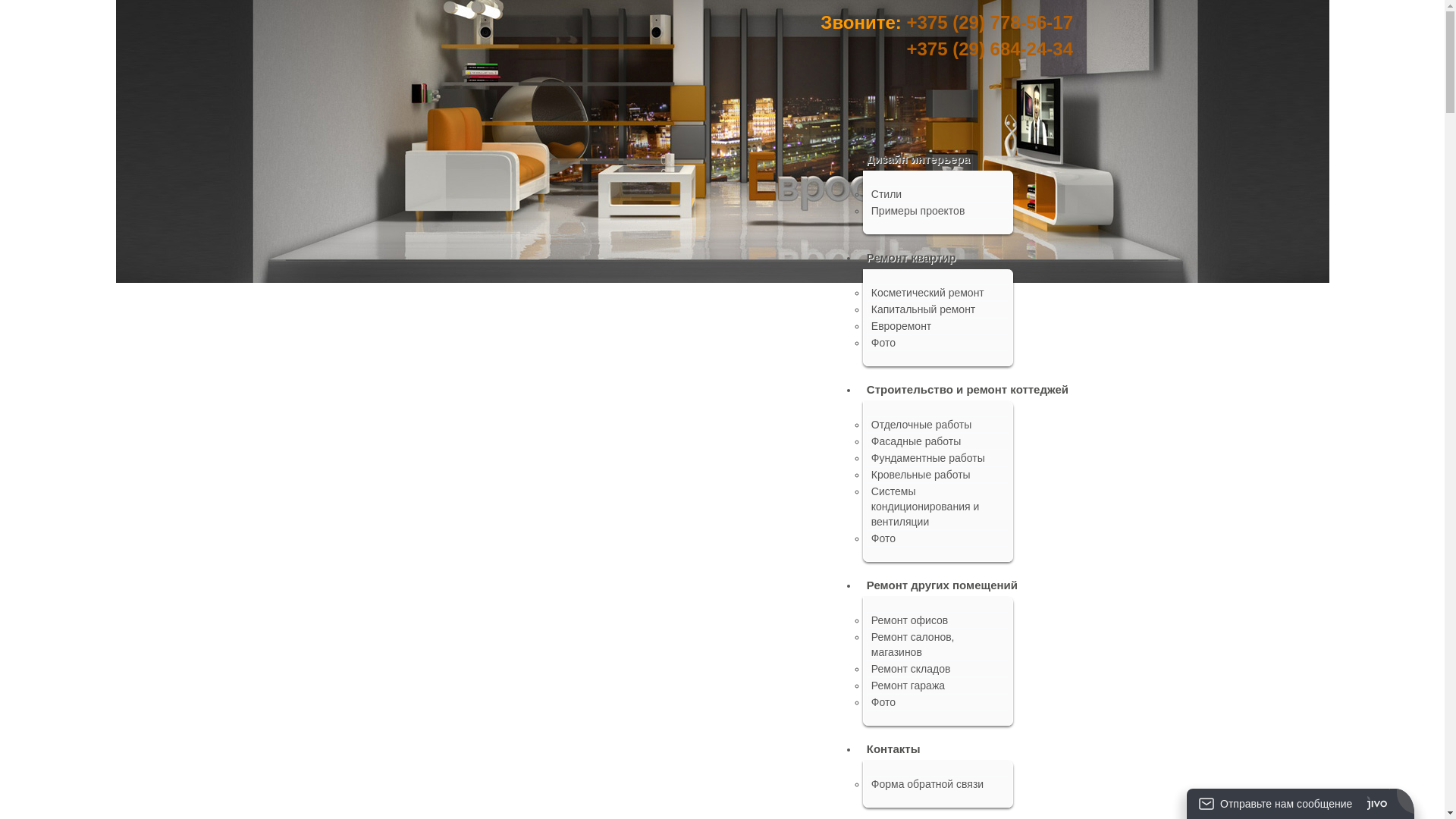  Describe the element at coordinates (990, 48) in the screenshot. I see `'+375 (29) 684-24-34'` at that location.